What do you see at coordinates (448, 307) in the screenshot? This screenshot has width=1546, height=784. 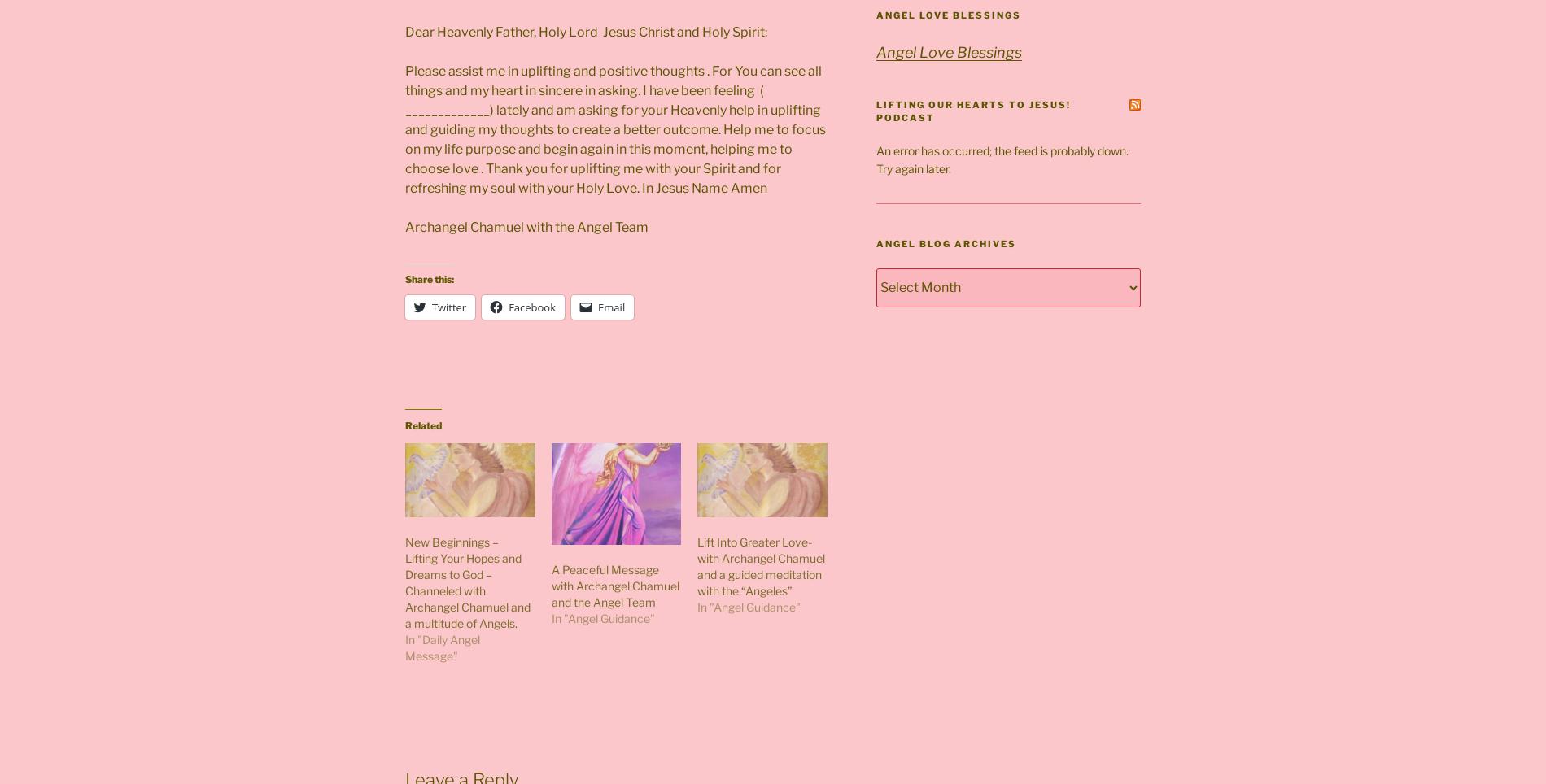 I see `'Twitter'` at bounding box center [448, 307].